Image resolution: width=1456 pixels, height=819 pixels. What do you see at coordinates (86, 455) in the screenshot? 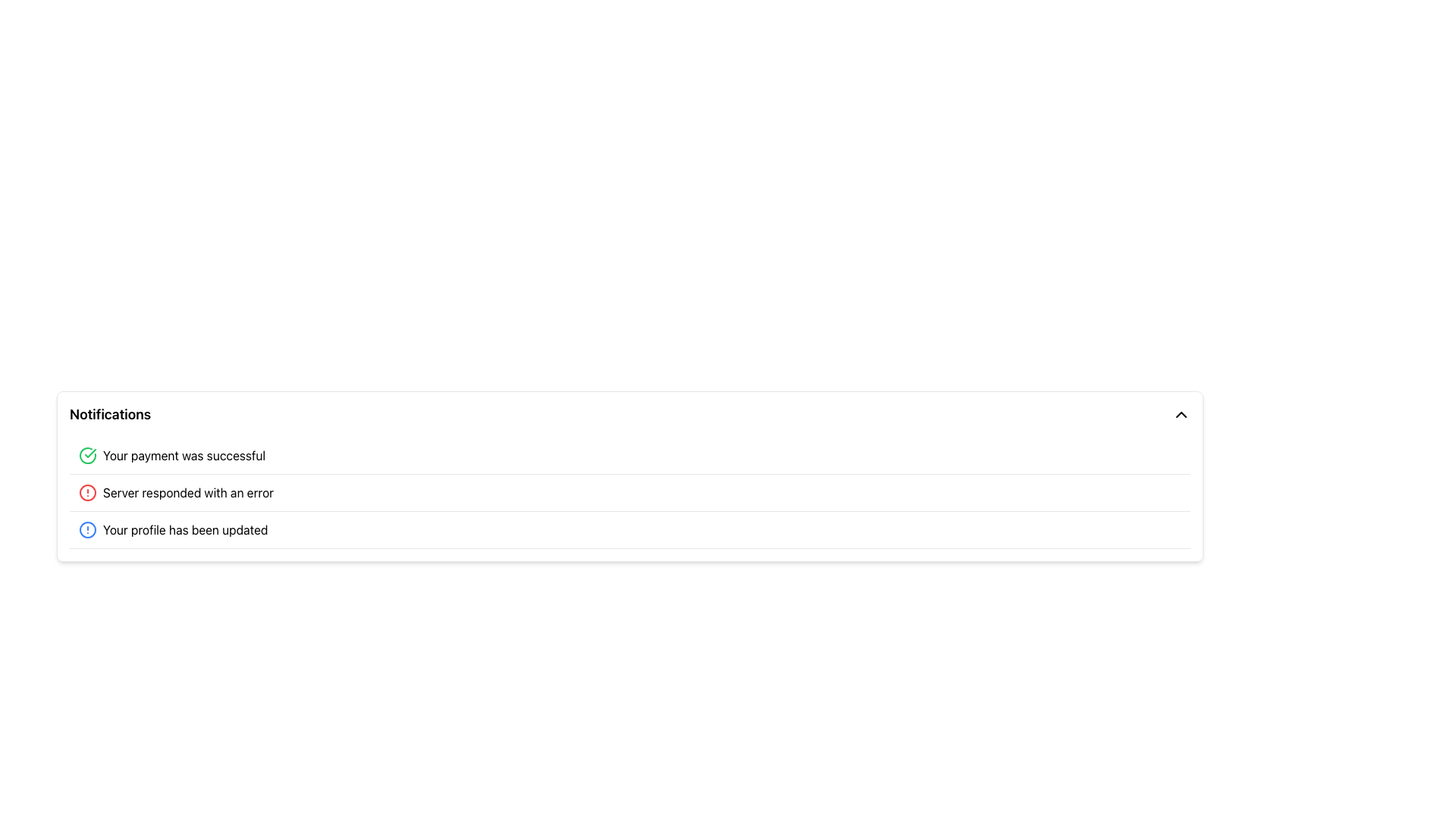
I see `the green circle icon with a checkmark that indicates success, which is located to the left of the notification message 'Your payment was successful.'` at bounding box center [86, 455].